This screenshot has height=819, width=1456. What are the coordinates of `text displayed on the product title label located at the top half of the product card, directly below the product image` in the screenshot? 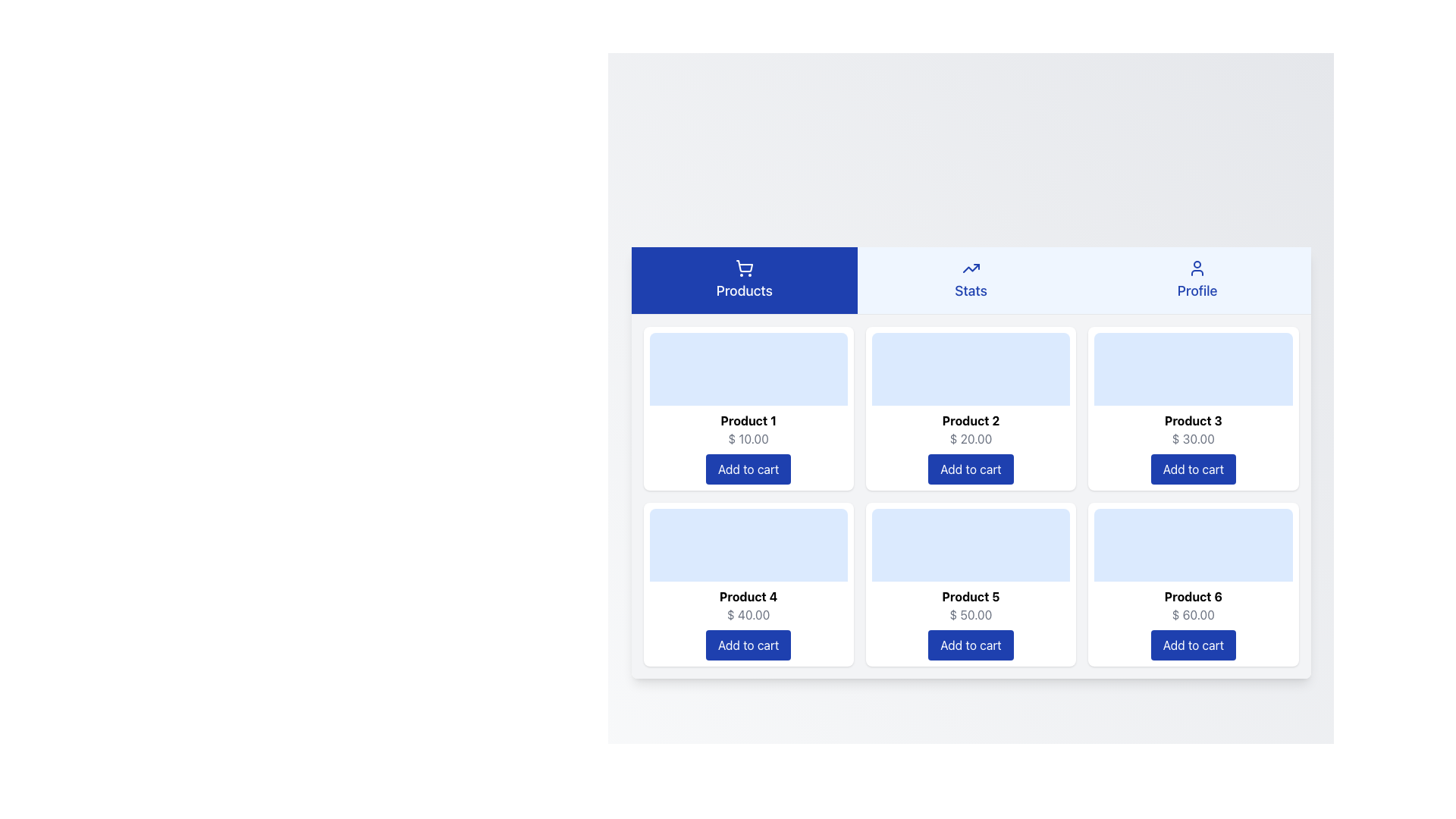 It's located at (971, 595).